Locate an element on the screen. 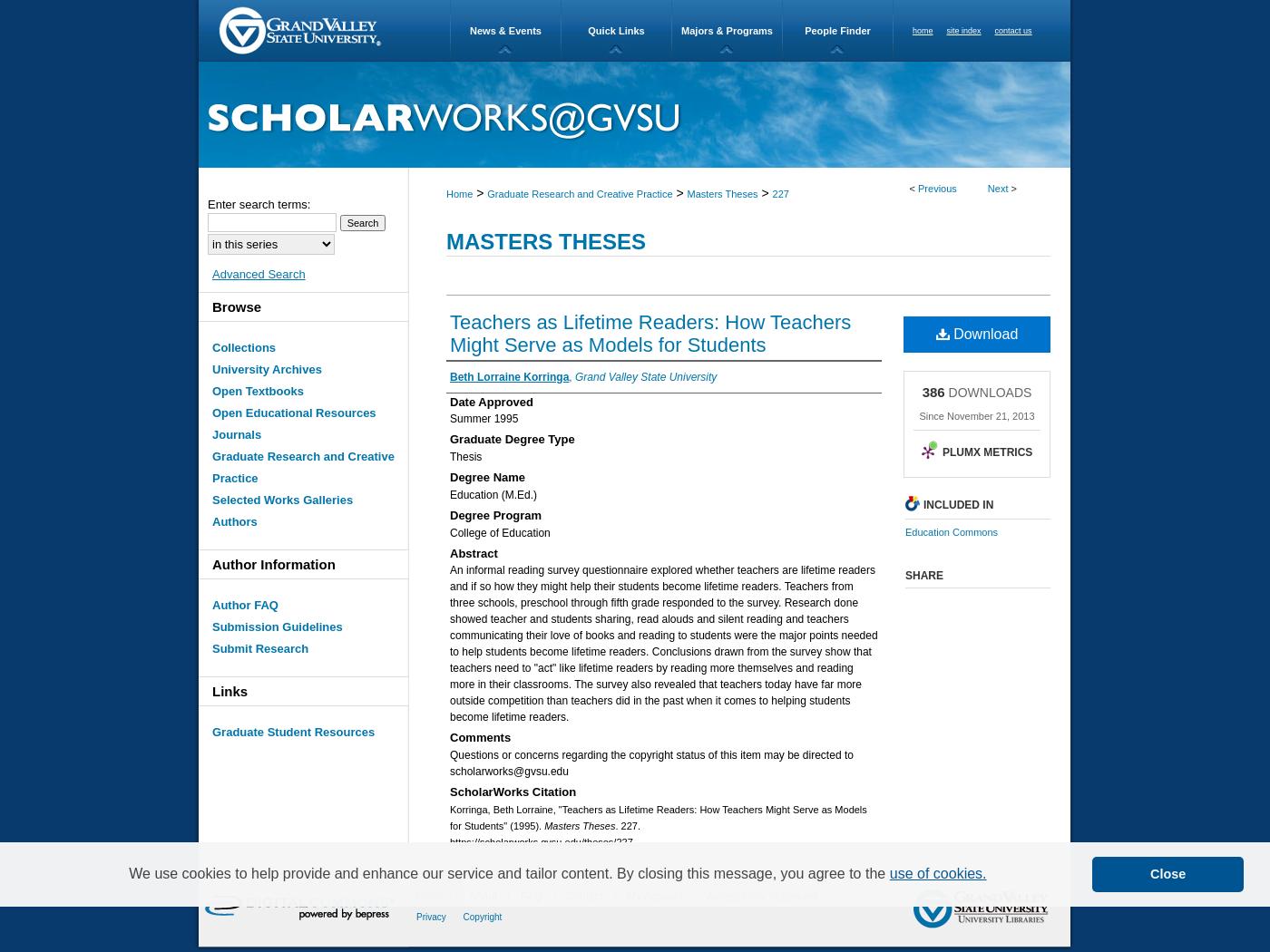 Image resolution: width=1270 pixels, height=952 pixels. 'Submit Research' is located at coordinates (260, 647).